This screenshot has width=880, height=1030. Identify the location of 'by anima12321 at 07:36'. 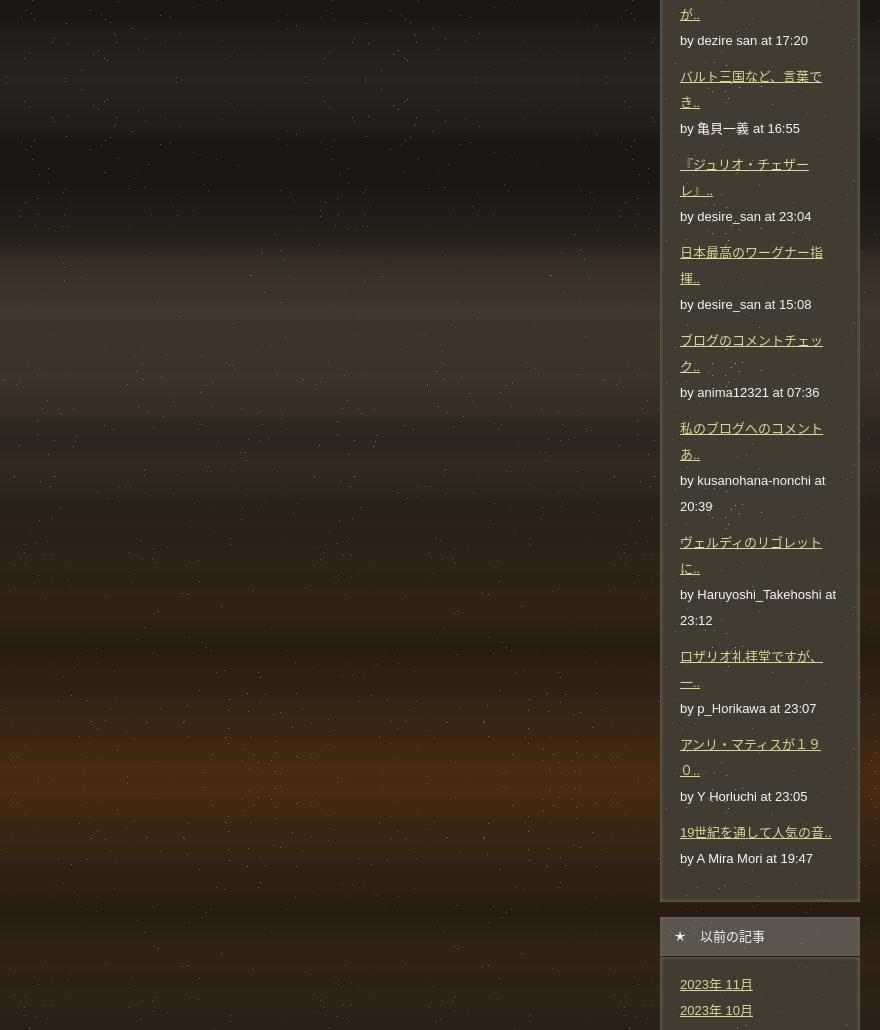
(748, 391).